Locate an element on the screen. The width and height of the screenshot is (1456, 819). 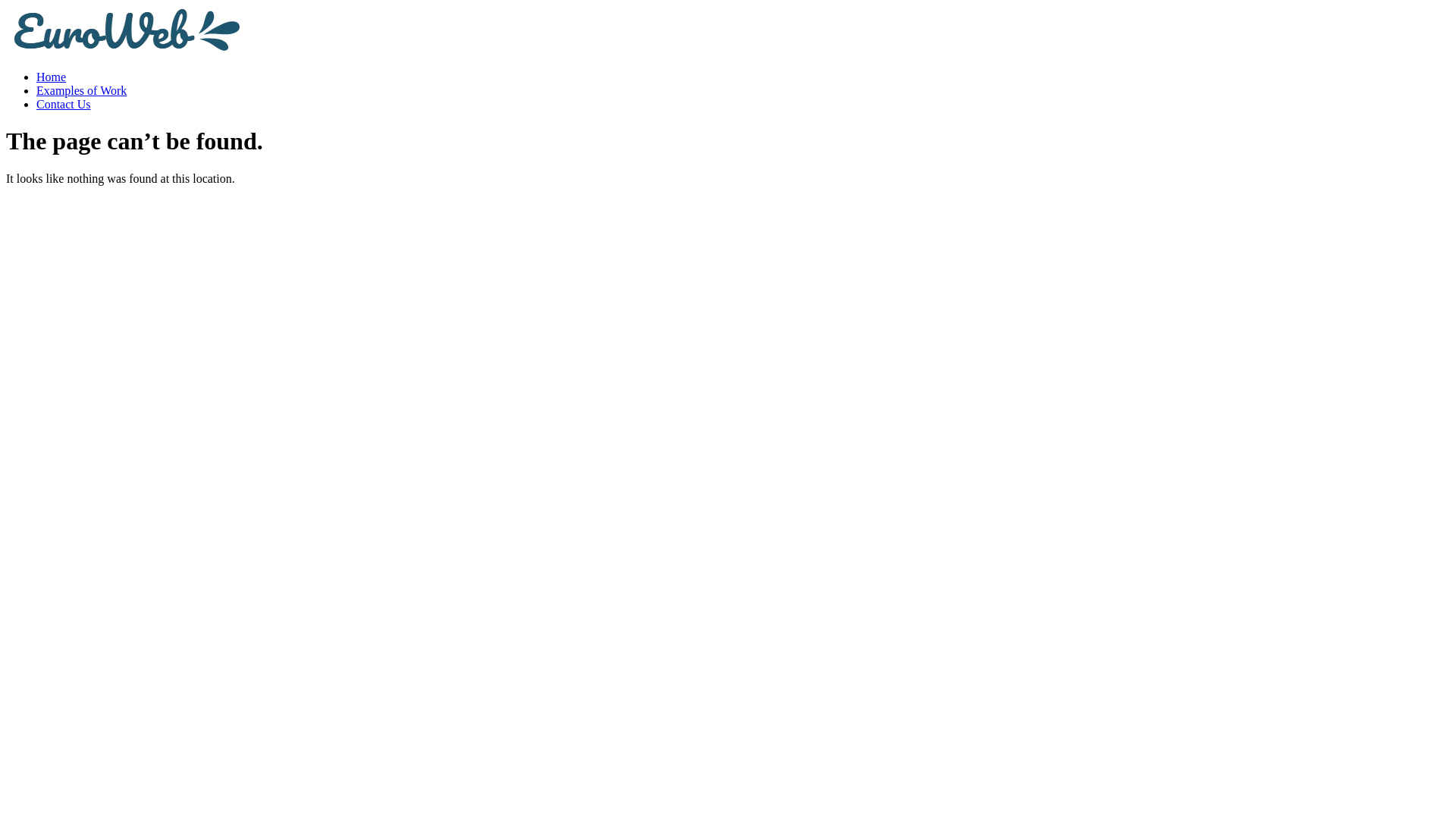
'Contact Us' is located at coordinates (62, 103).